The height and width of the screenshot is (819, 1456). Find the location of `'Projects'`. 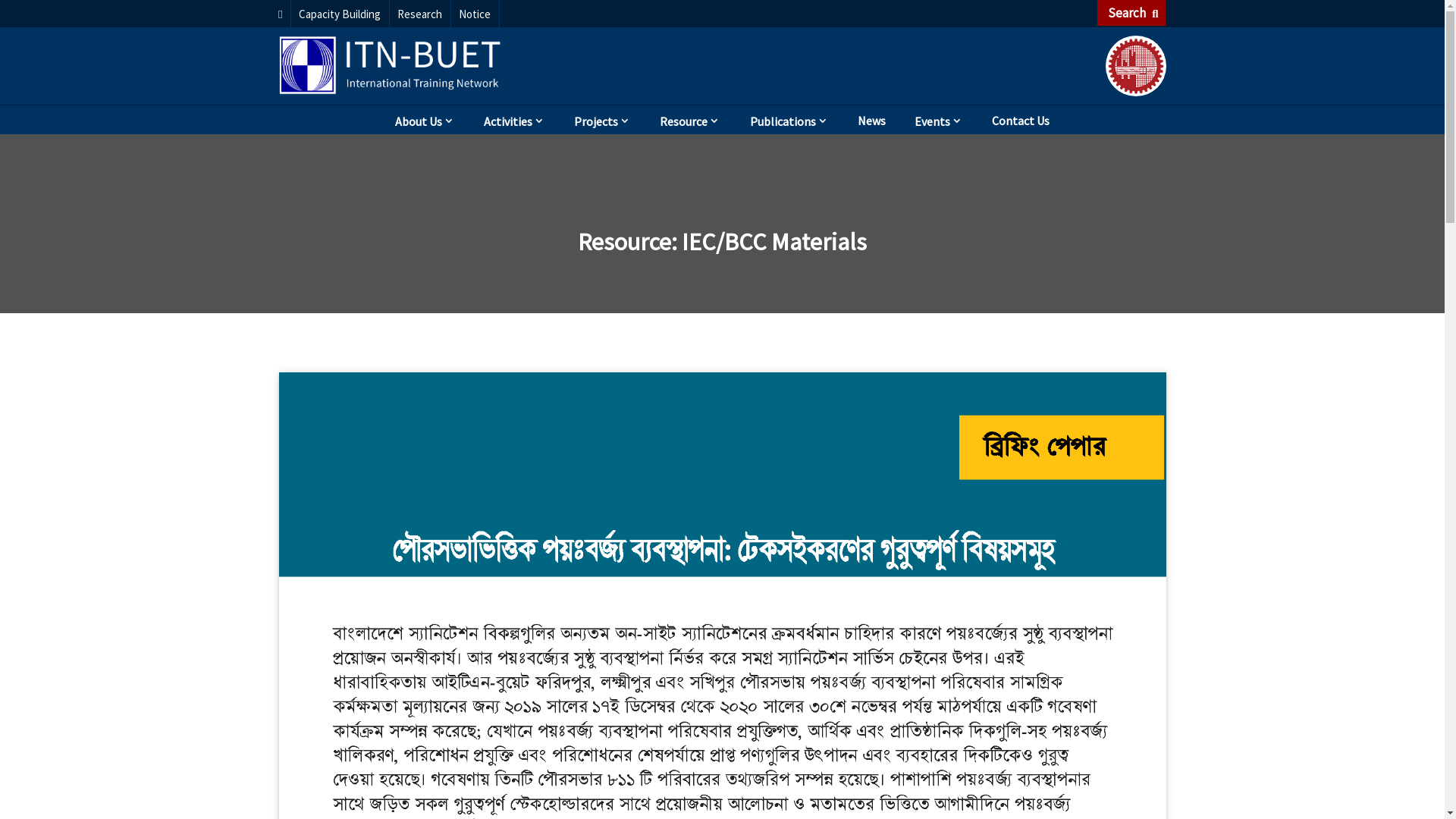

'Projects' is located at coordinates (601, 118).